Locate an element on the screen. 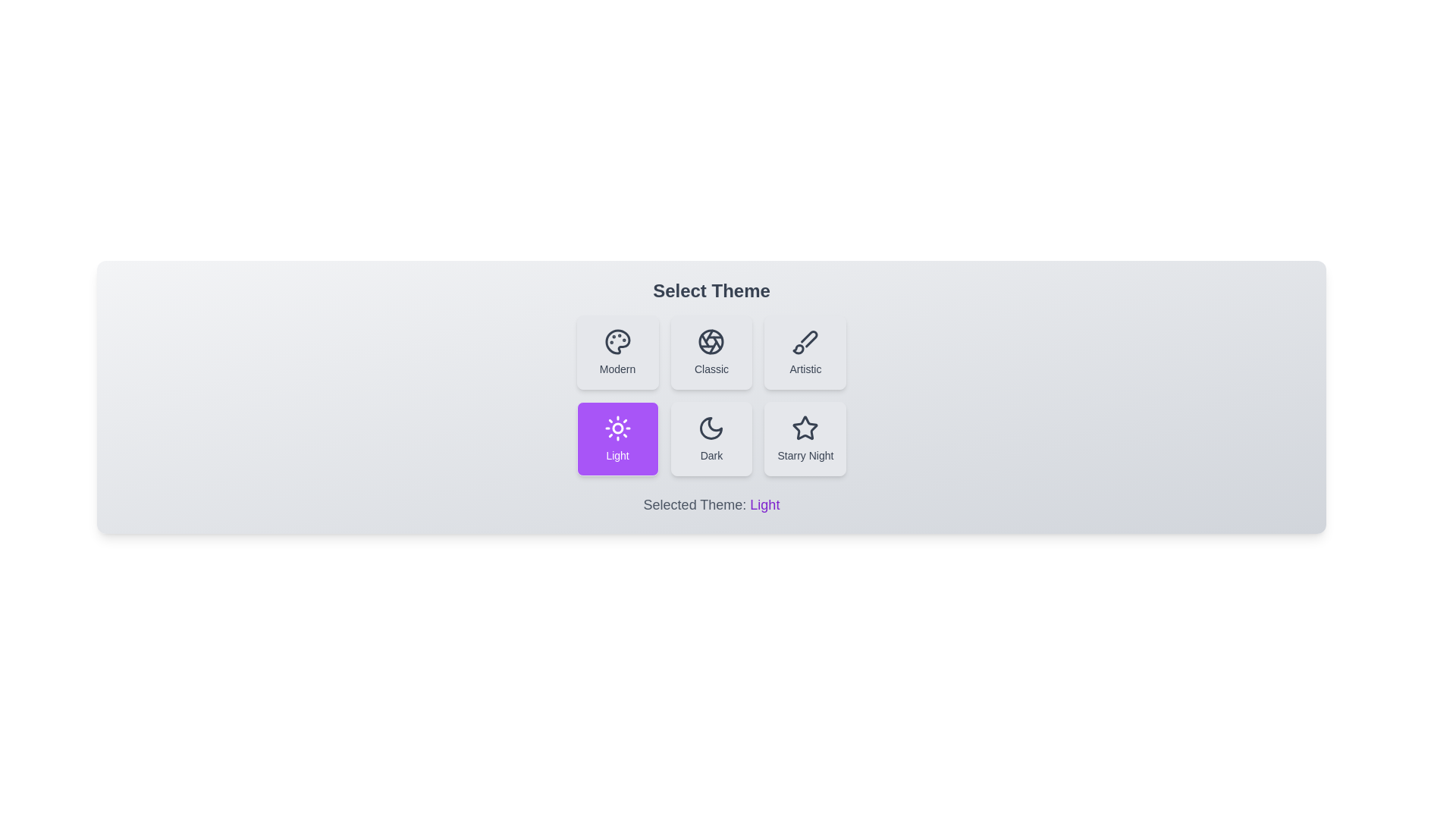 This screenshot has height=819, width=1456. the theme button labeled 'Modern' to preview its effect is located at coordinates (617, 353).